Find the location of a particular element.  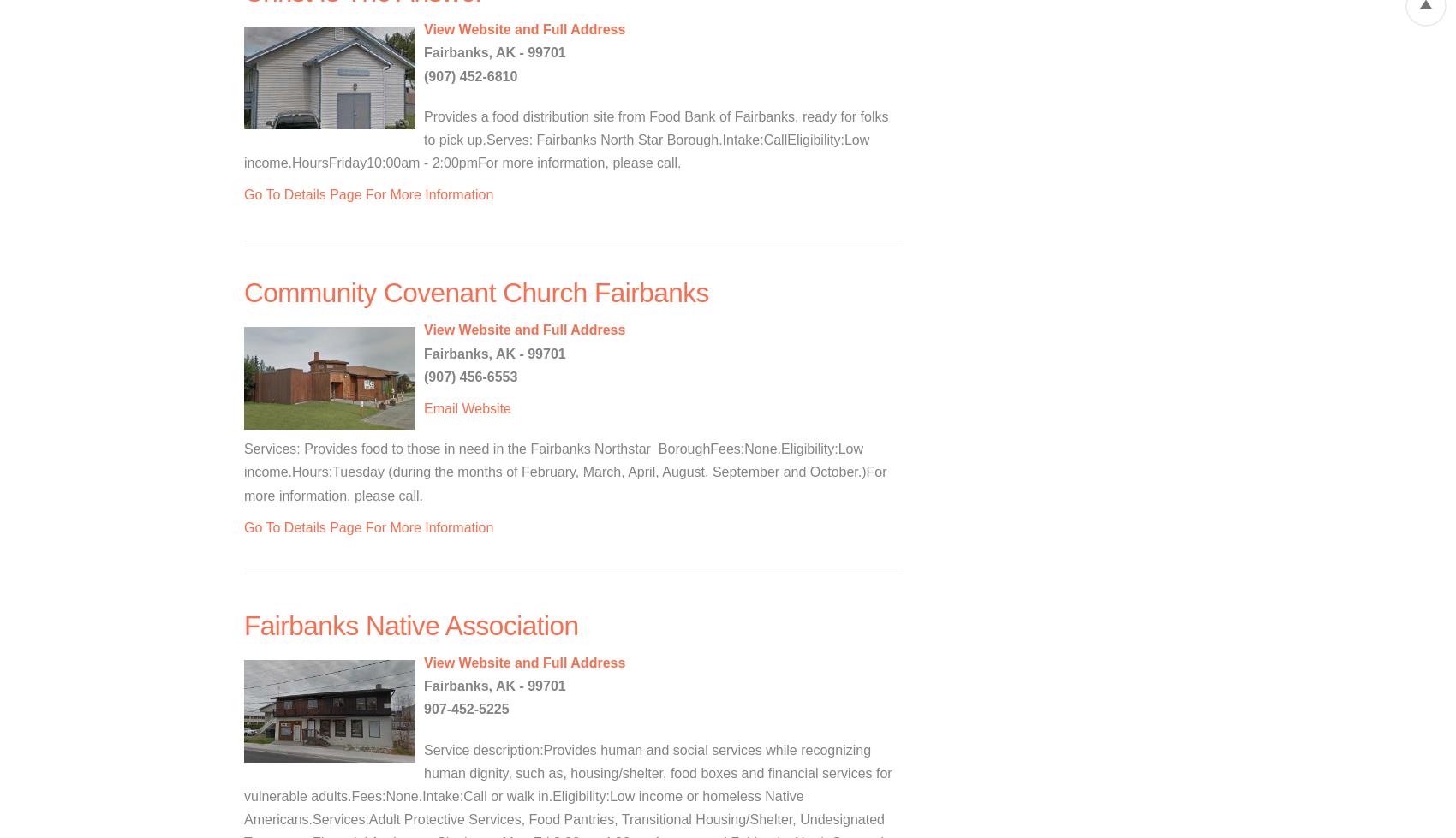

'Email' is located at coordinates (440, 408).